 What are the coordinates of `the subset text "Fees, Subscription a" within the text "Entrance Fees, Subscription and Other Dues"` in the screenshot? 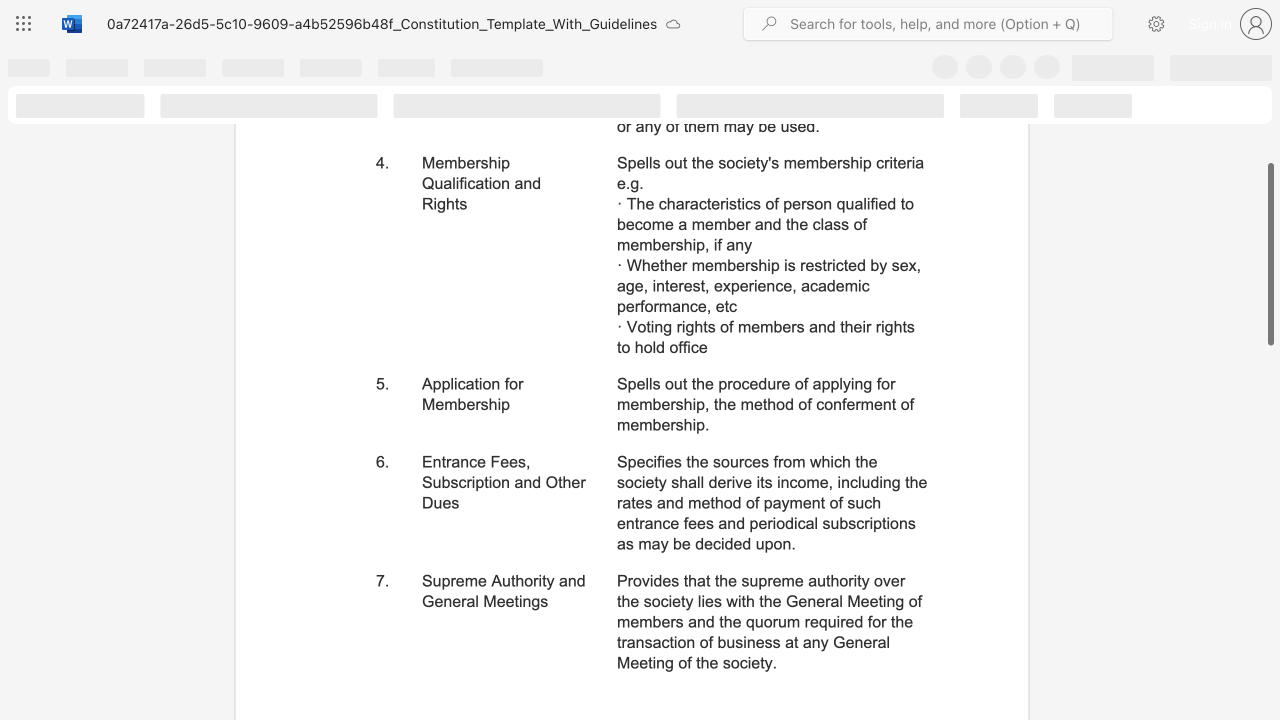 It's located at (490, 462).